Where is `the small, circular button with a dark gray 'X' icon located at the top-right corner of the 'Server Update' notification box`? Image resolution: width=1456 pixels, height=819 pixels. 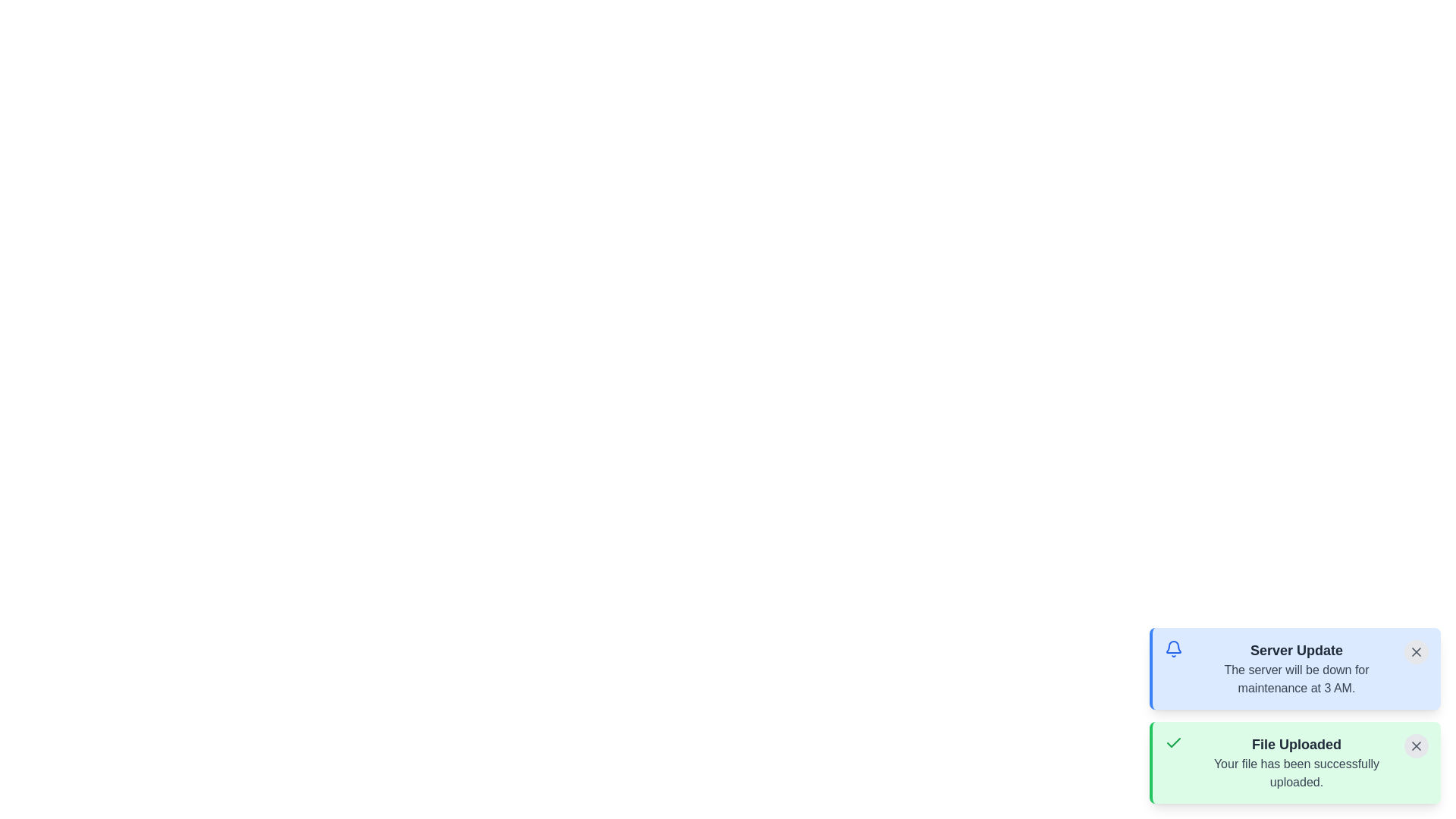 the small, circular button with a dark gray 'X' icon located at the top-right corner of the 'Server Update' notification box is located at coordinates (1415, 651).